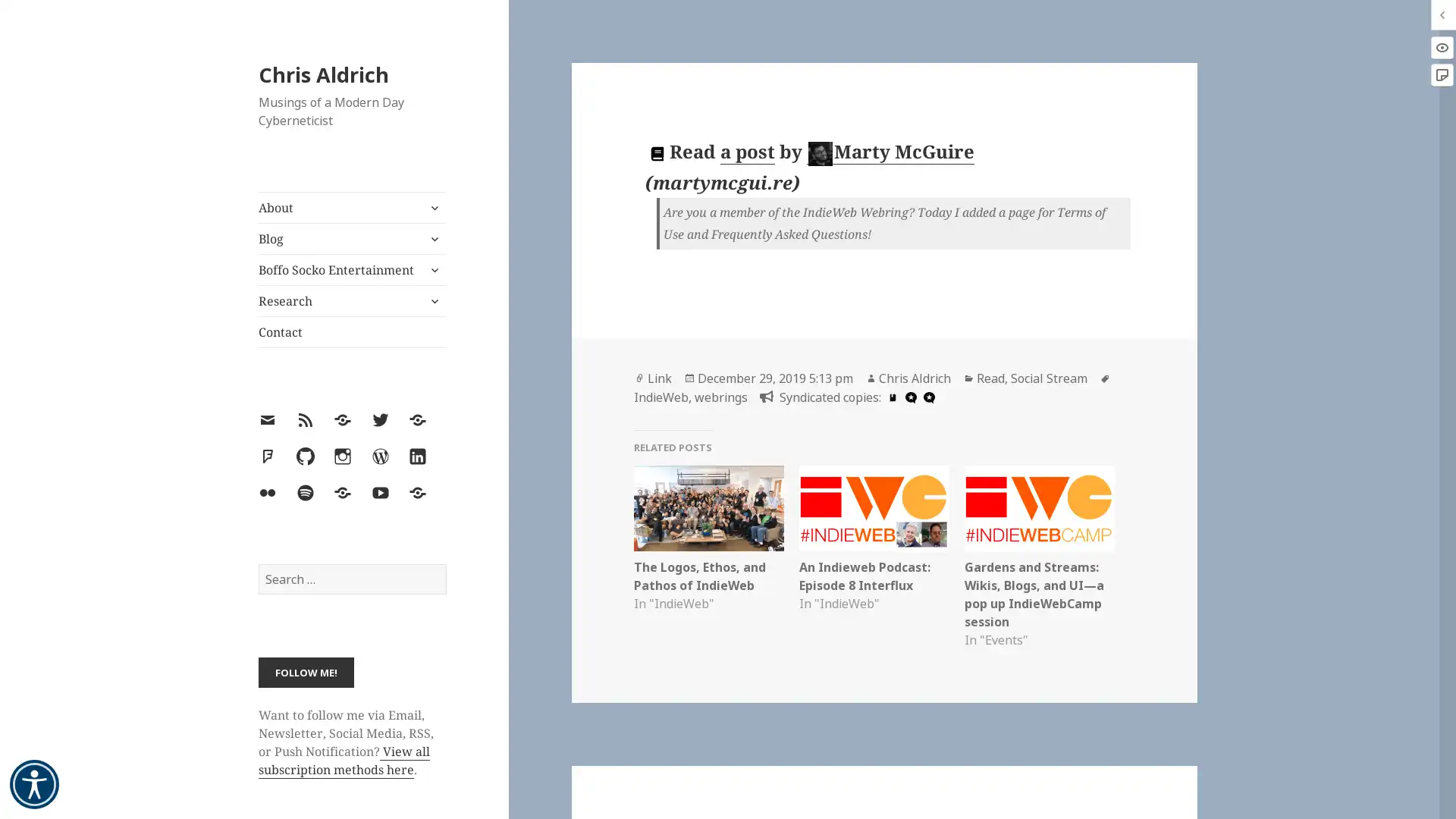  I want to click on Show highlights, so click(1441, 46).